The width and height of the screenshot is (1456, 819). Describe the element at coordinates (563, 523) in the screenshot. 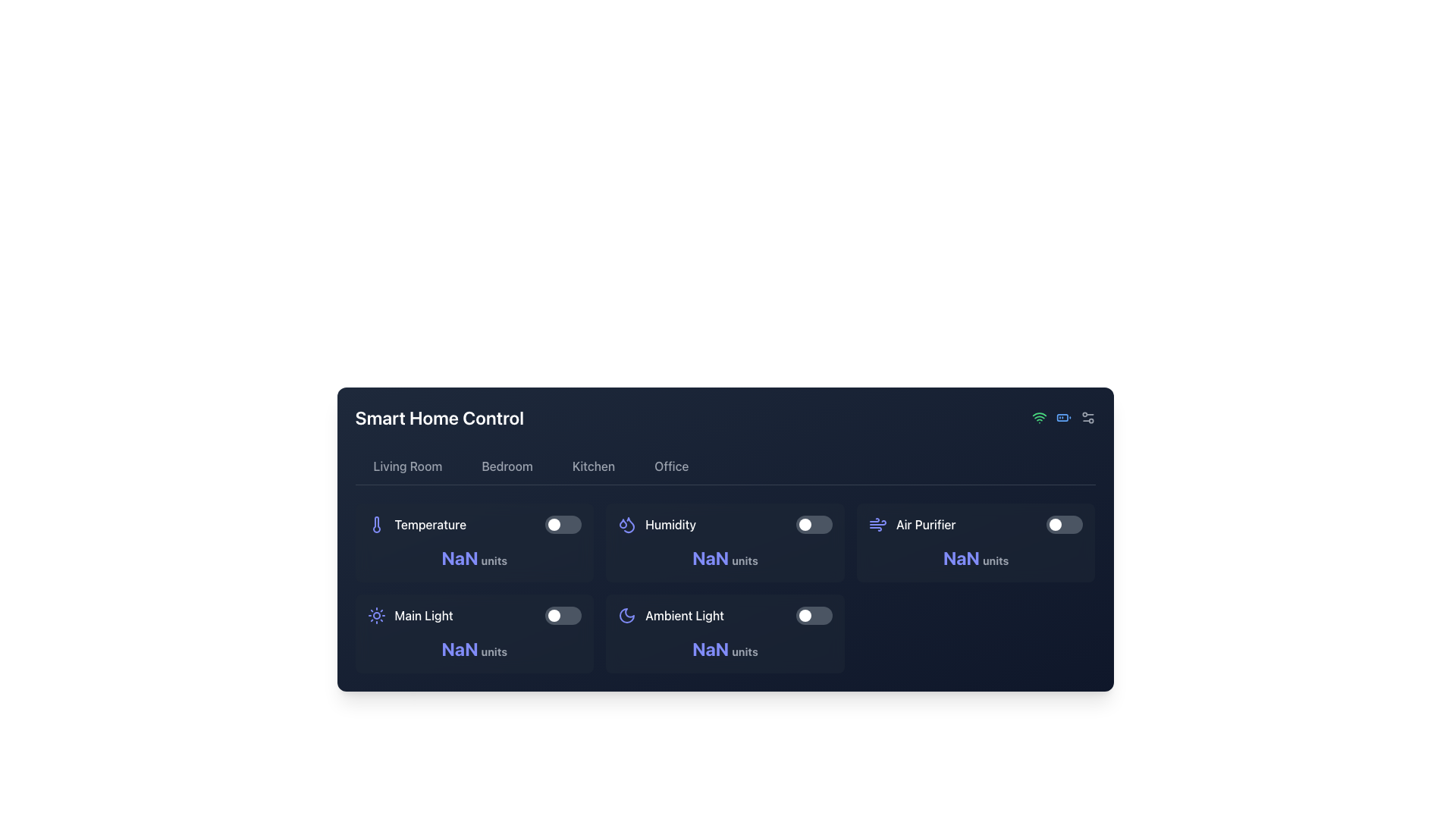

I see `the toggle switch for 'Temperature' to change its state from off to on` at that location.